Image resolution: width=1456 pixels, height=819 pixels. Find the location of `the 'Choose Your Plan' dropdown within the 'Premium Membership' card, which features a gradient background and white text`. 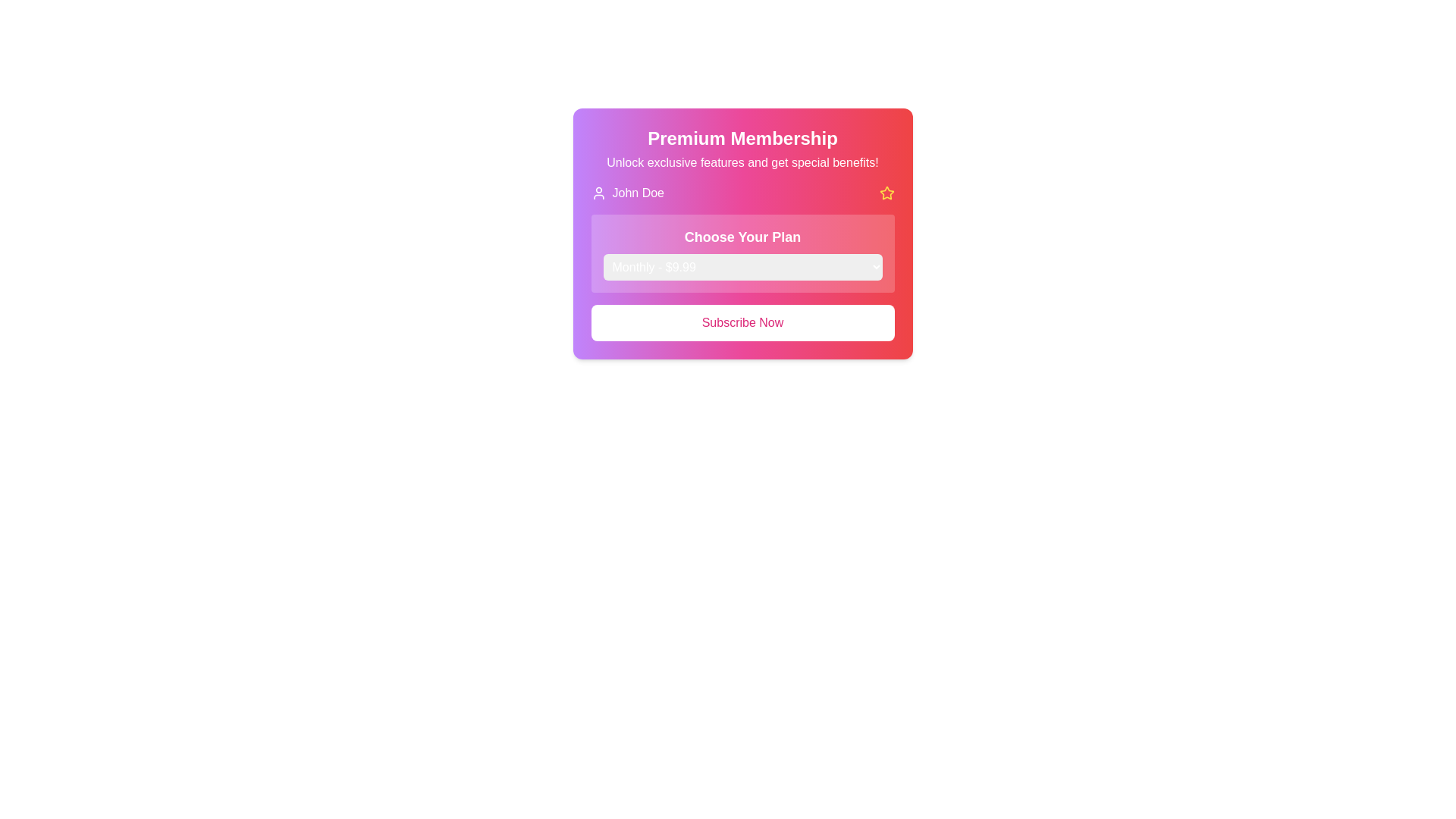

the 'Choose Your Plan' dropdown within the 'Premium Membership' card, which features a gradient background and white text is located at coordinates (742, 234).